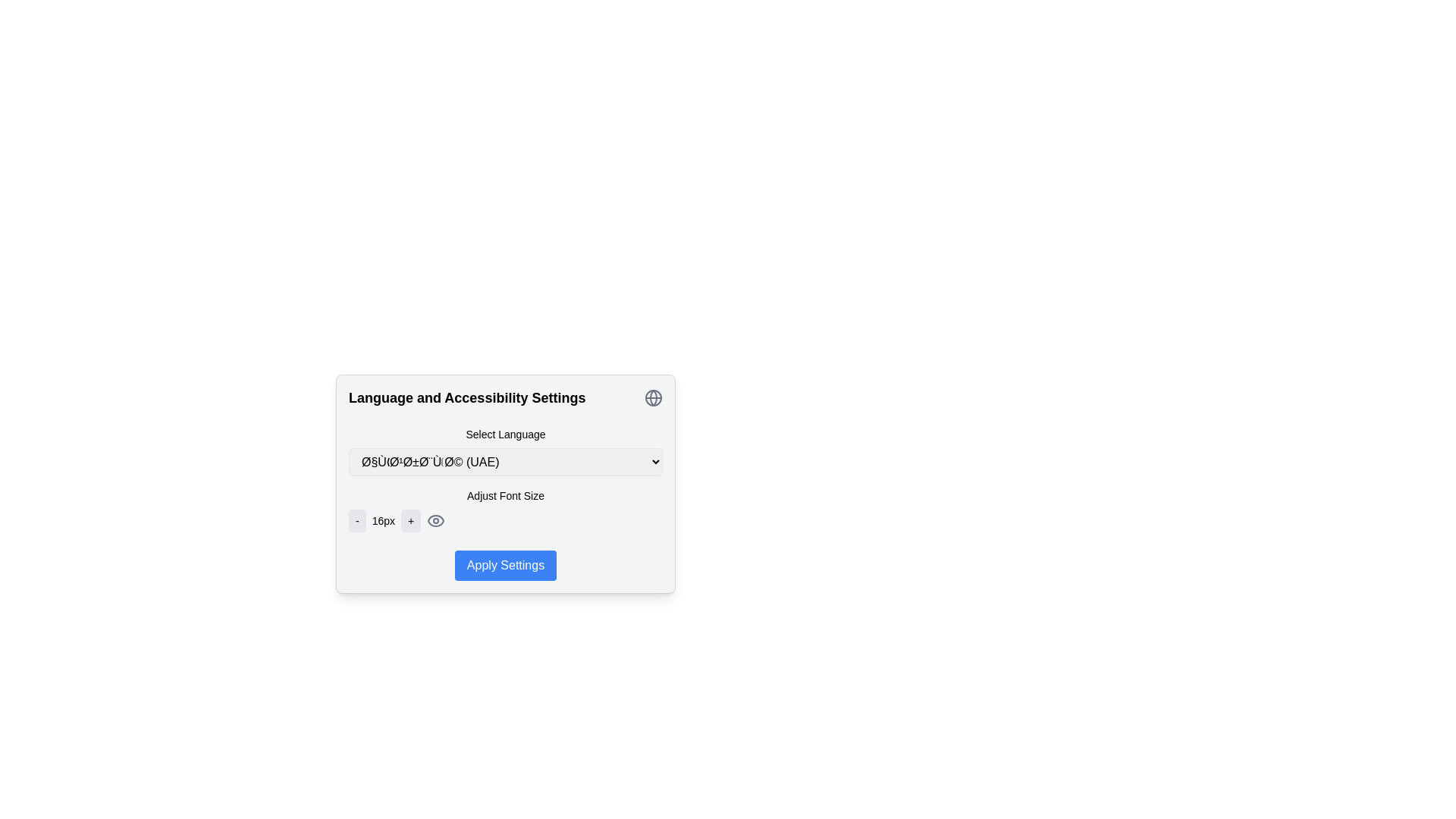  Describe the element at coordinates (506, 397) in the screenshot. I see `the section titled 'Language` at that location.